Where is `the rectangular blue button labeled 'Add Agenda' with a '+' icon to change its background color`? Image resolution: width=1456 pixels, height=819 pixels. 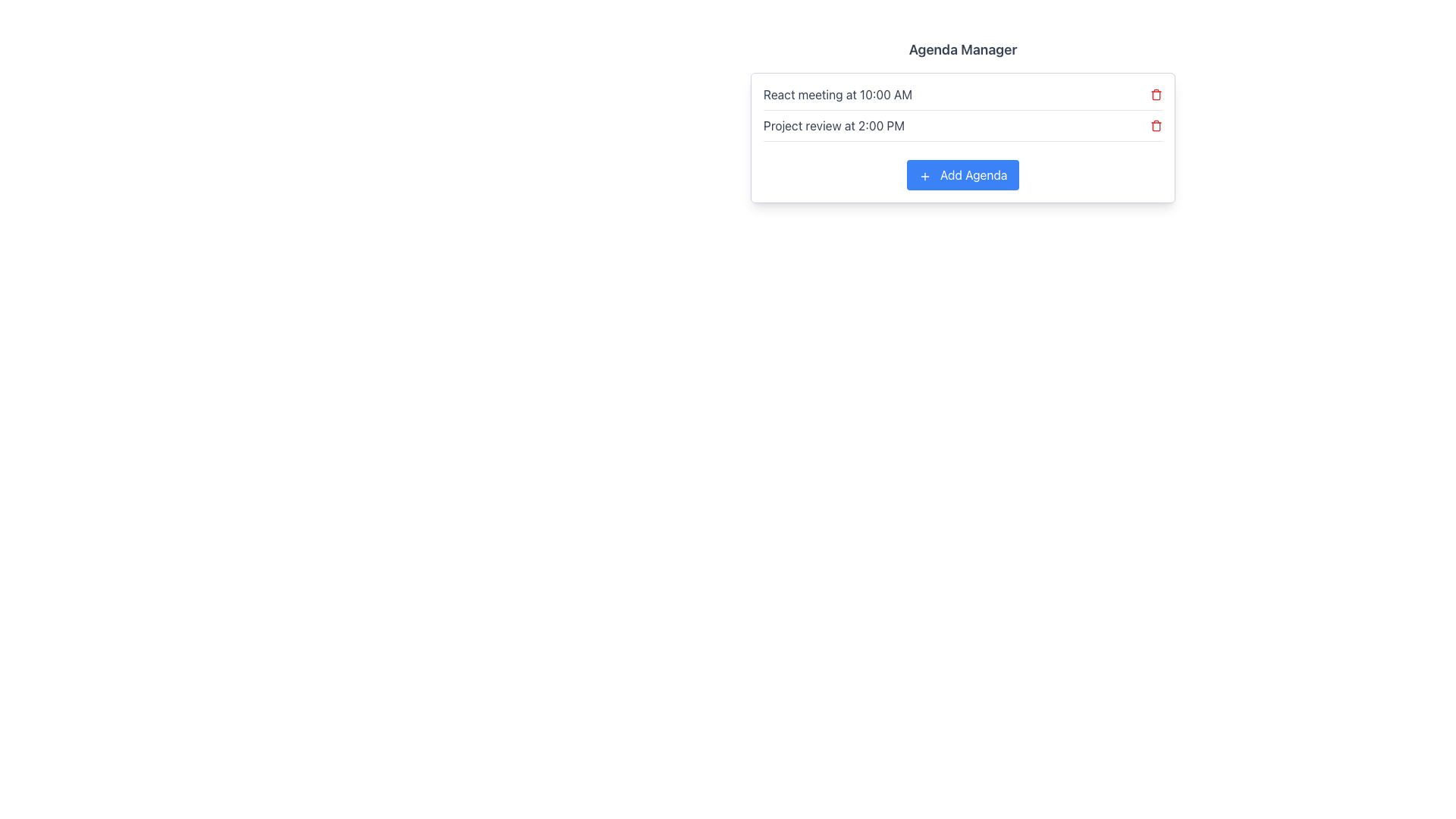
the rectangular blue button labeled 'Add Agenda' with a '+' icon to change its background color is located at coordinates (962, 174).